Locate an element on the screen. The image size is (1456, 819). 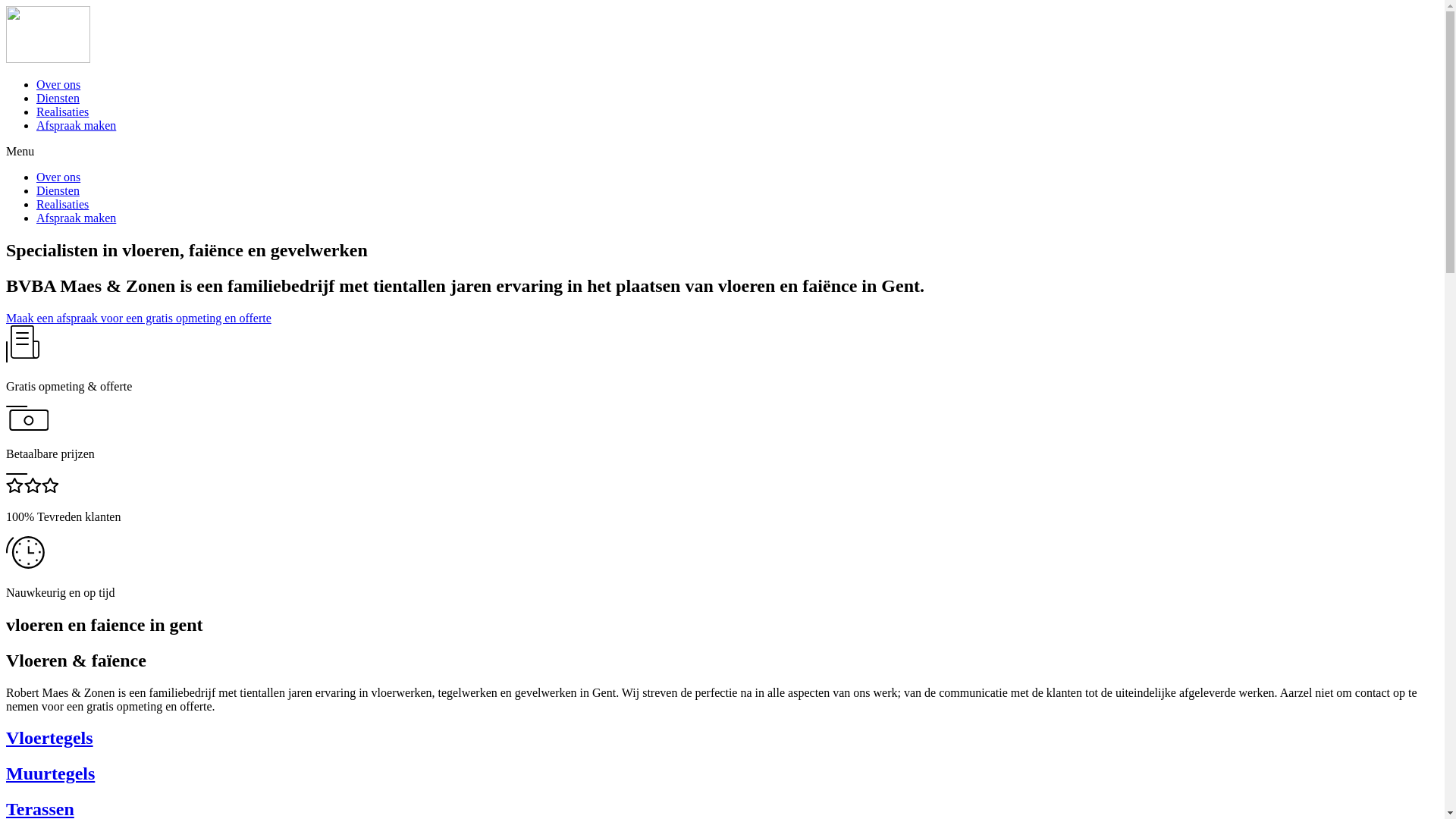
'Over ons' is located at coordinates (58, 84).